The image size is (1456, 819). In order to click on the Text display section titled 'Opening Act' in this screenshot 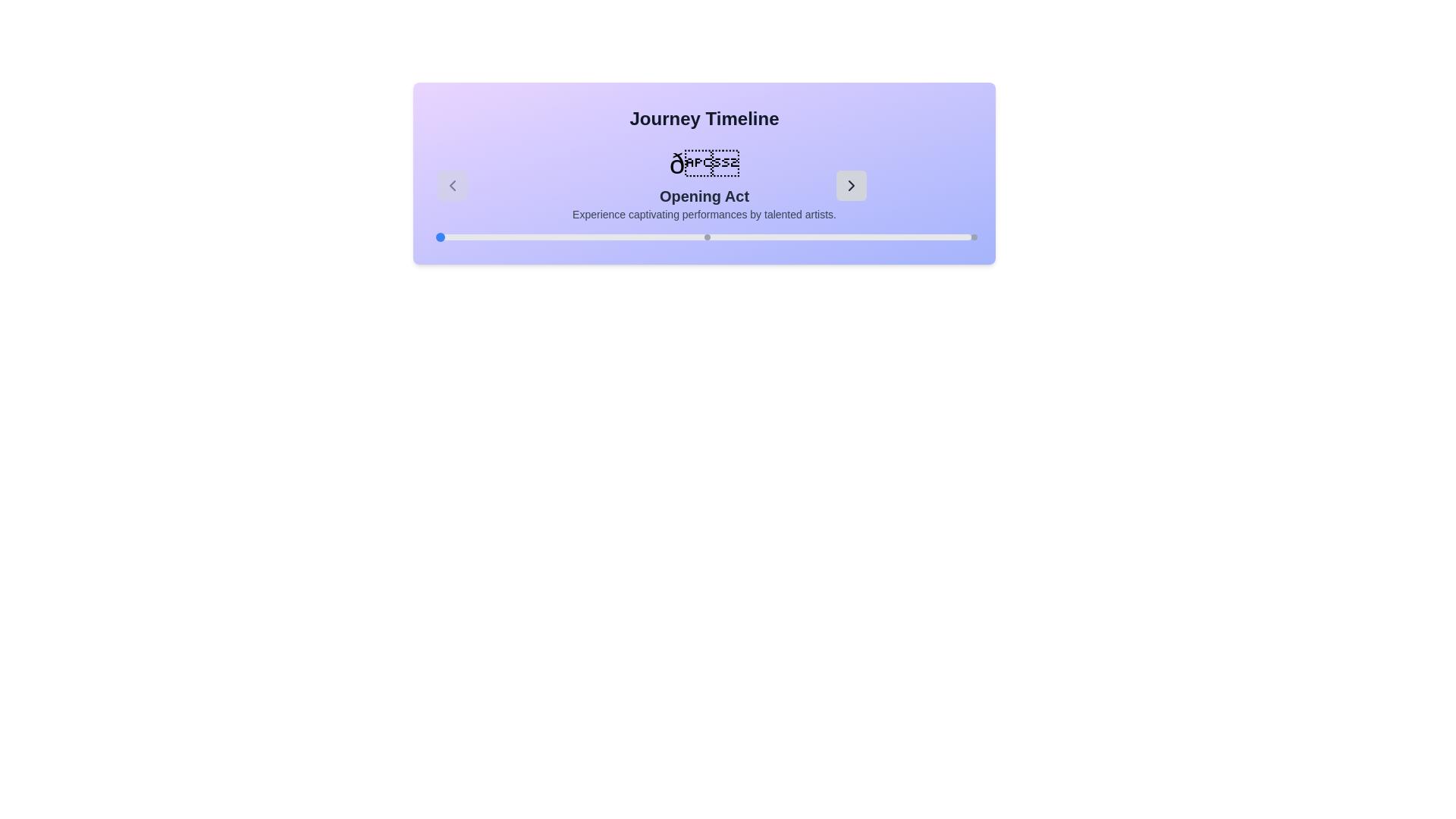, I will do `click(704, 185)`.